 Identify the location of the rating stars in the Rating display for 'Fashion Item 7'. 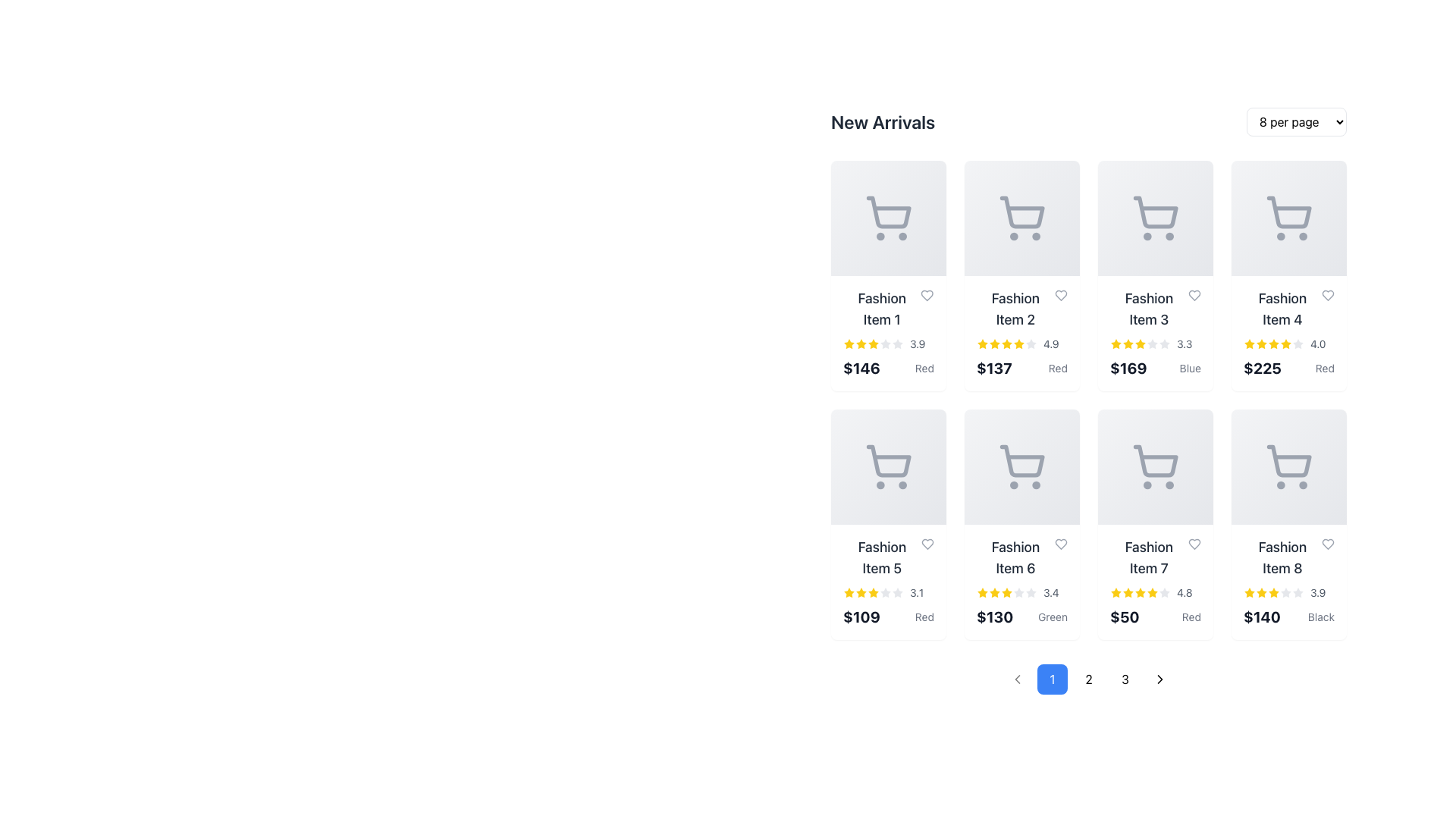
(1154, 592).